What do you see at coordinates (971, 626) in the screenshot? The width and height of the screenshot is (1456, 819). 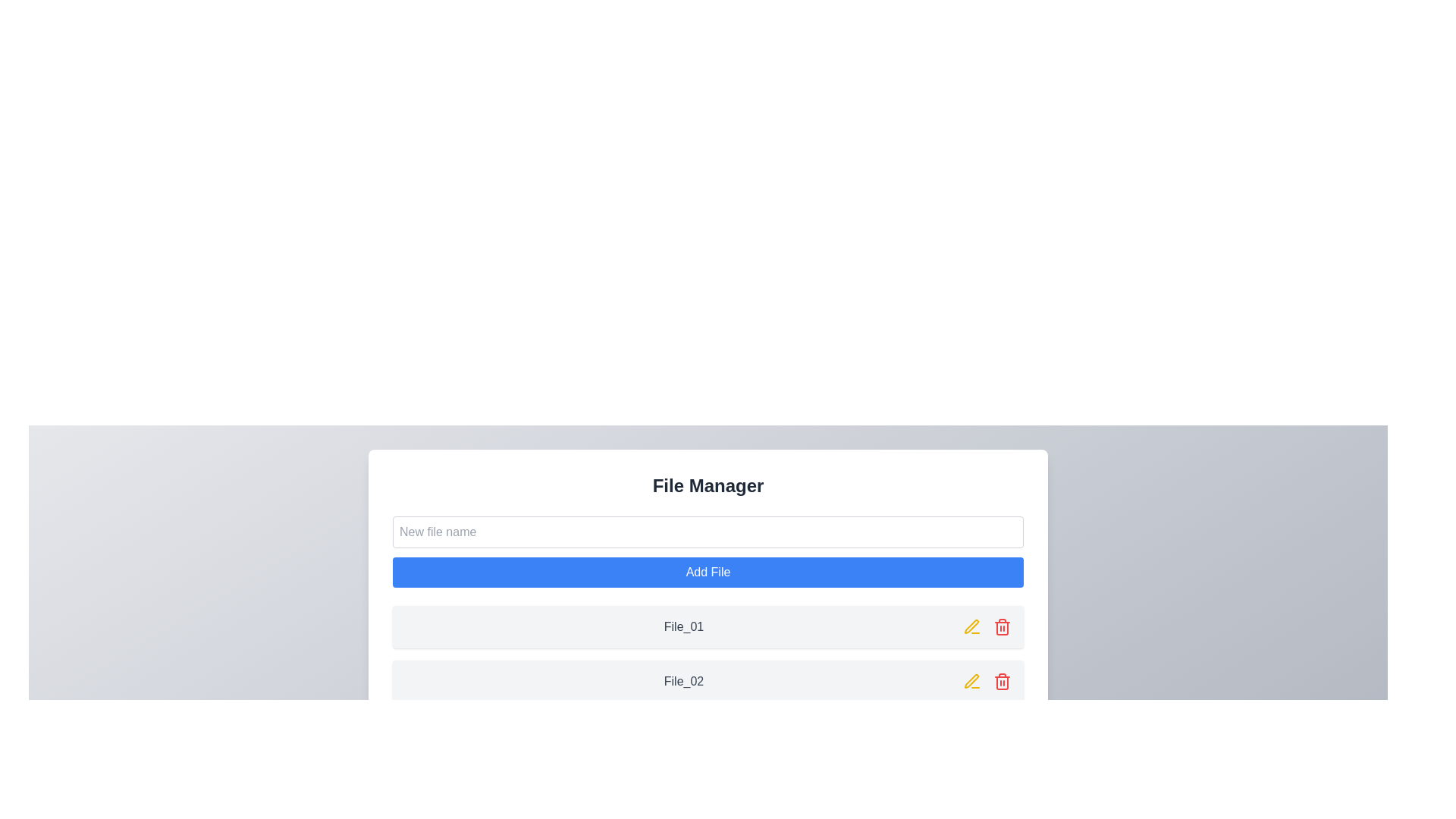 I see `the yellow pen icon button located in the second row of the file list section, adjacent to the 'File_02' entry` at bounding box center [971, 626].